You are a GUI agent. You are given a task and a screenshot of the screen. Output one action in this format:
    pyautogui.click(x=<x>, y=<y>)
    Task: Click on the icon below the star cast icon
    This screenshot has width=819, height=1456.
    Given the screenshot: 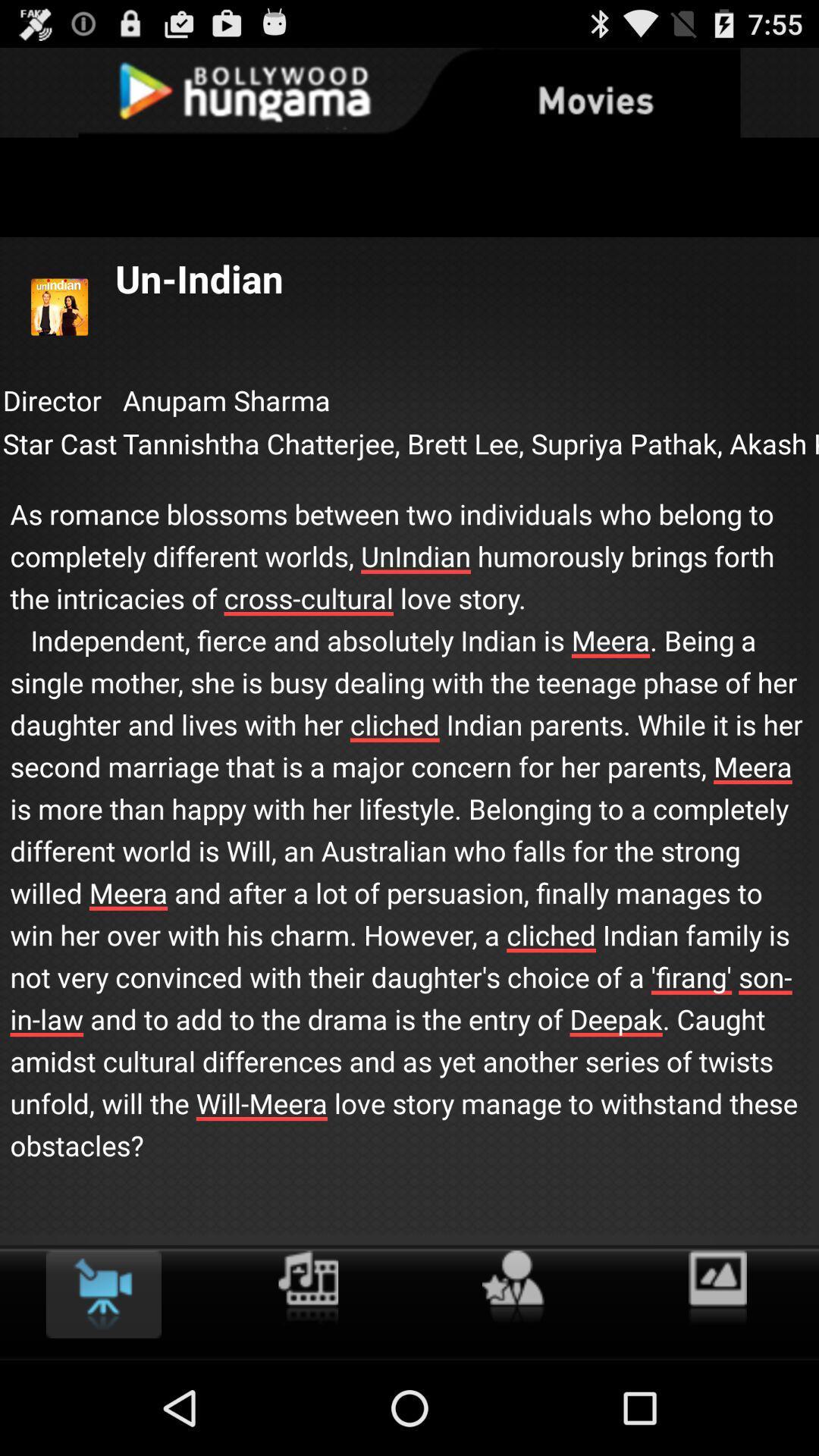 What is the action you would take?
    pyautogui.click(x=409, y=814)
    